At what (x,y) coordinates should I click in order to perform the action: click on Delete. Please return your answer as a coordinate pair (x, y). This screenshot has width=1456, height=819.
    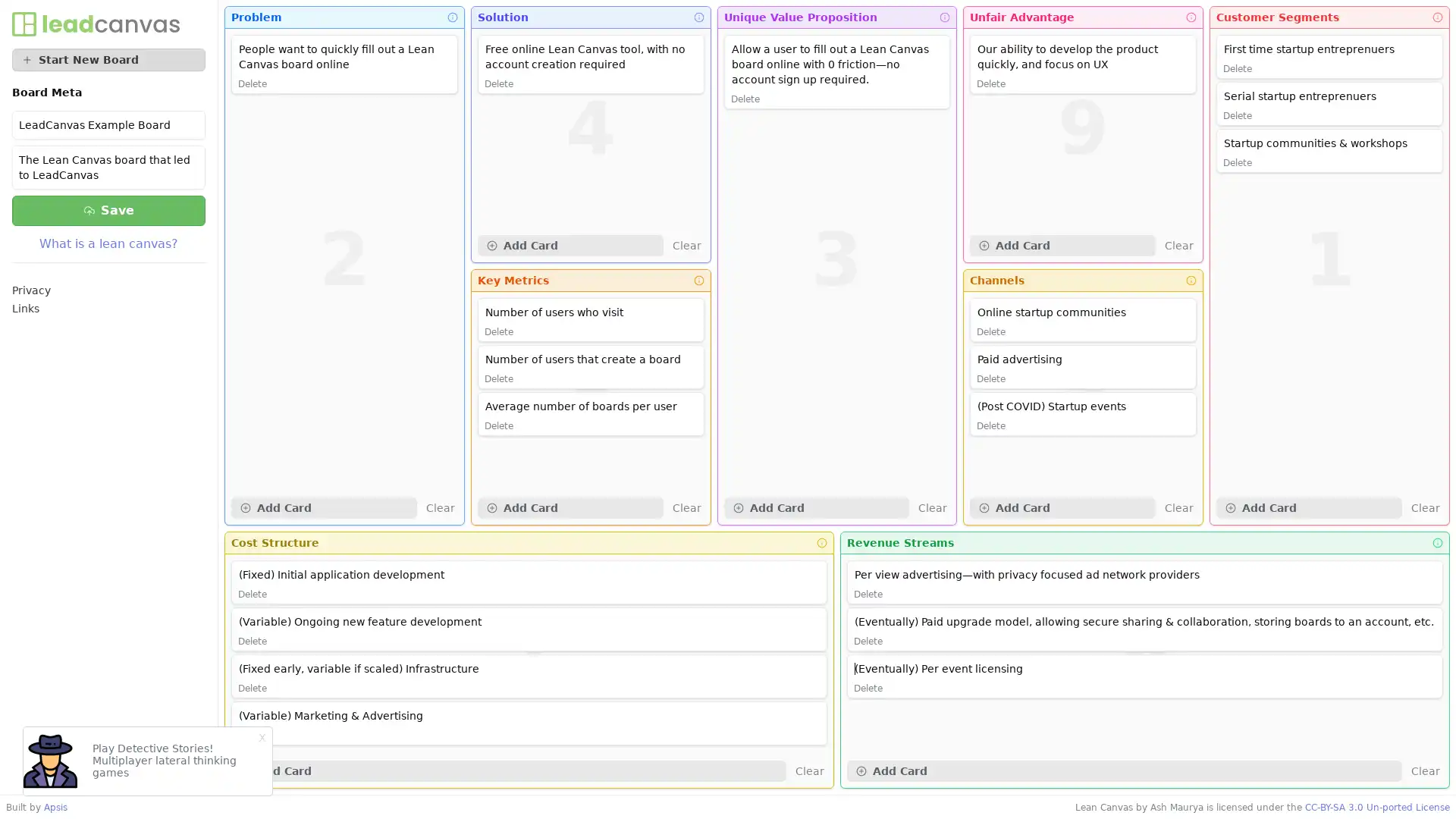
    Looking at the image, I should click on (498, 84).